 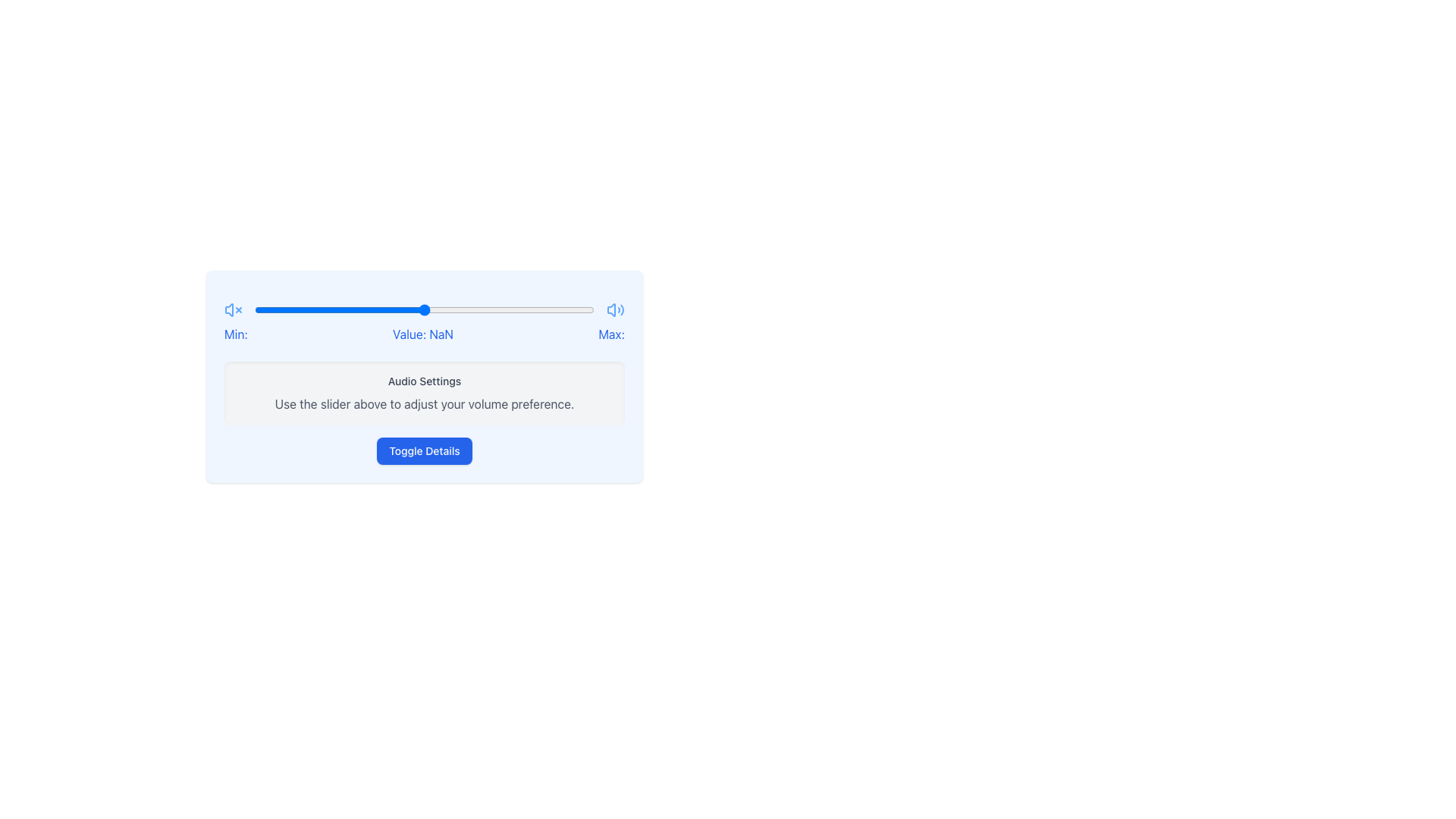 What do you see at coordinates (258, 309) in the screenshot?
I see `the slider` at bounding box center [258, 309].